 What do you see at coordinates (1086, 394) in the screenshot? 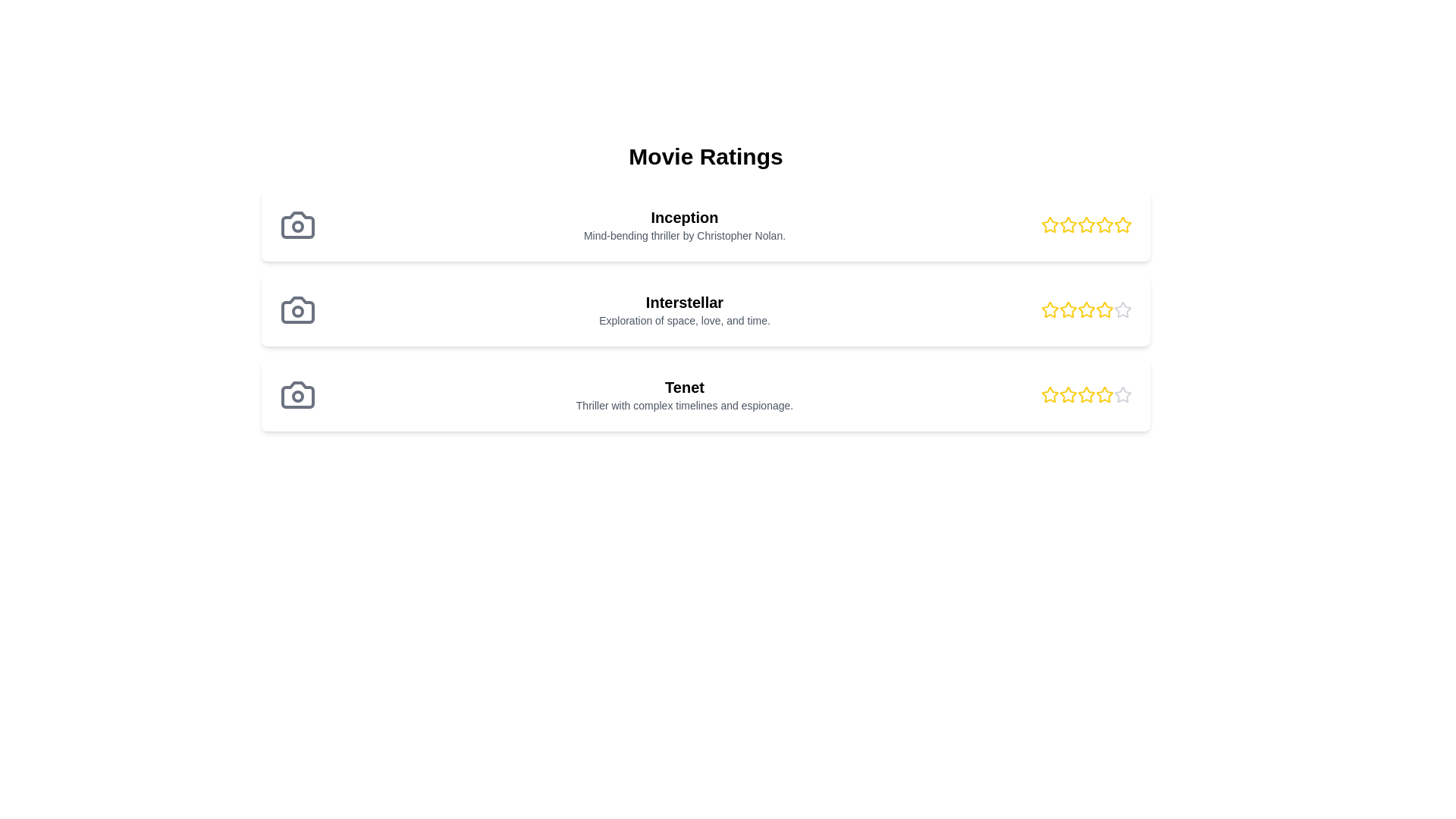
I see `the fourth star in the rating sequence for the movie 'Tenet'` at bounding box center [1086, 394].